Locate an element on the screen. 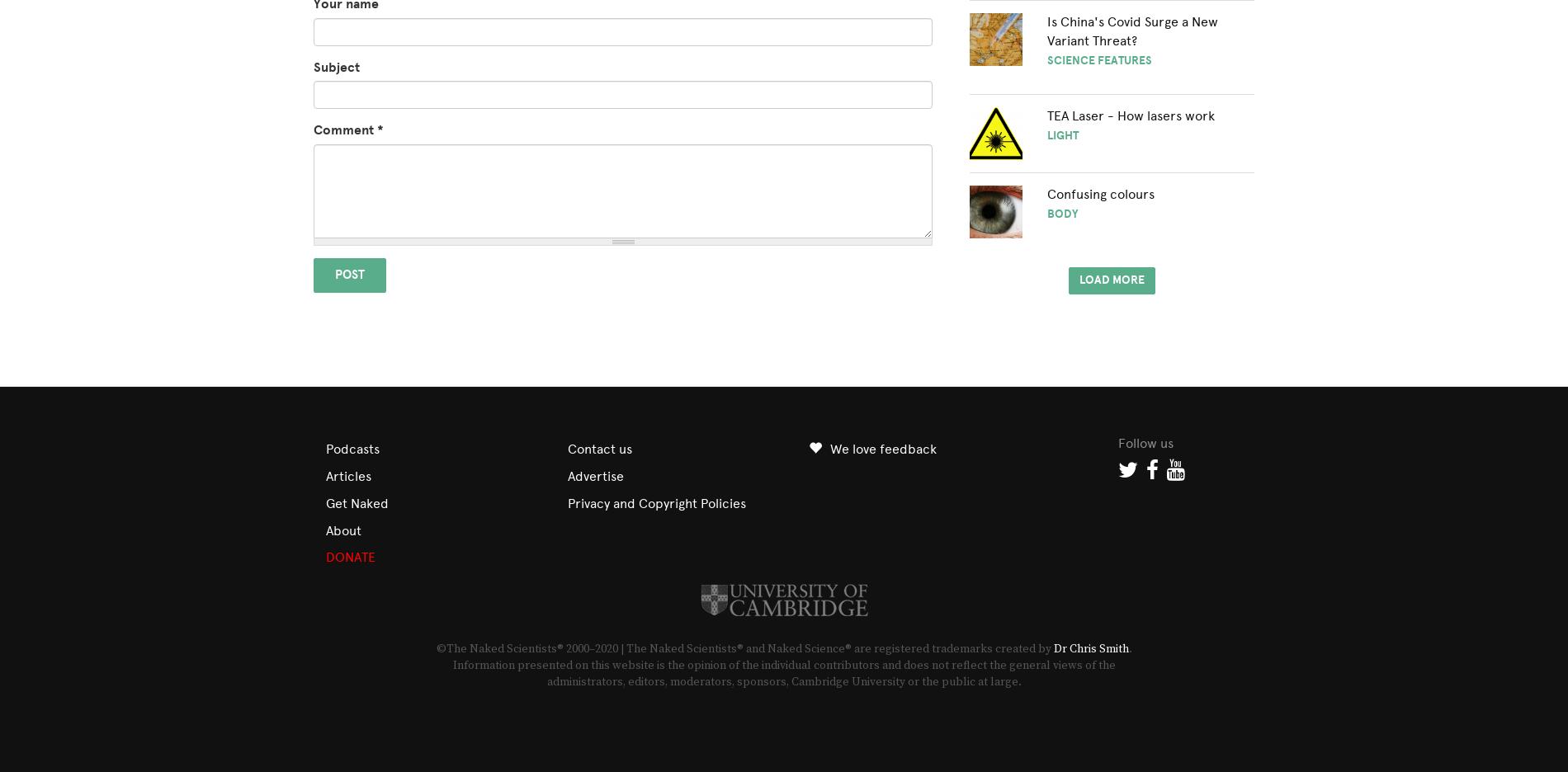  'Load more' is located at coordinates (1111, 278).